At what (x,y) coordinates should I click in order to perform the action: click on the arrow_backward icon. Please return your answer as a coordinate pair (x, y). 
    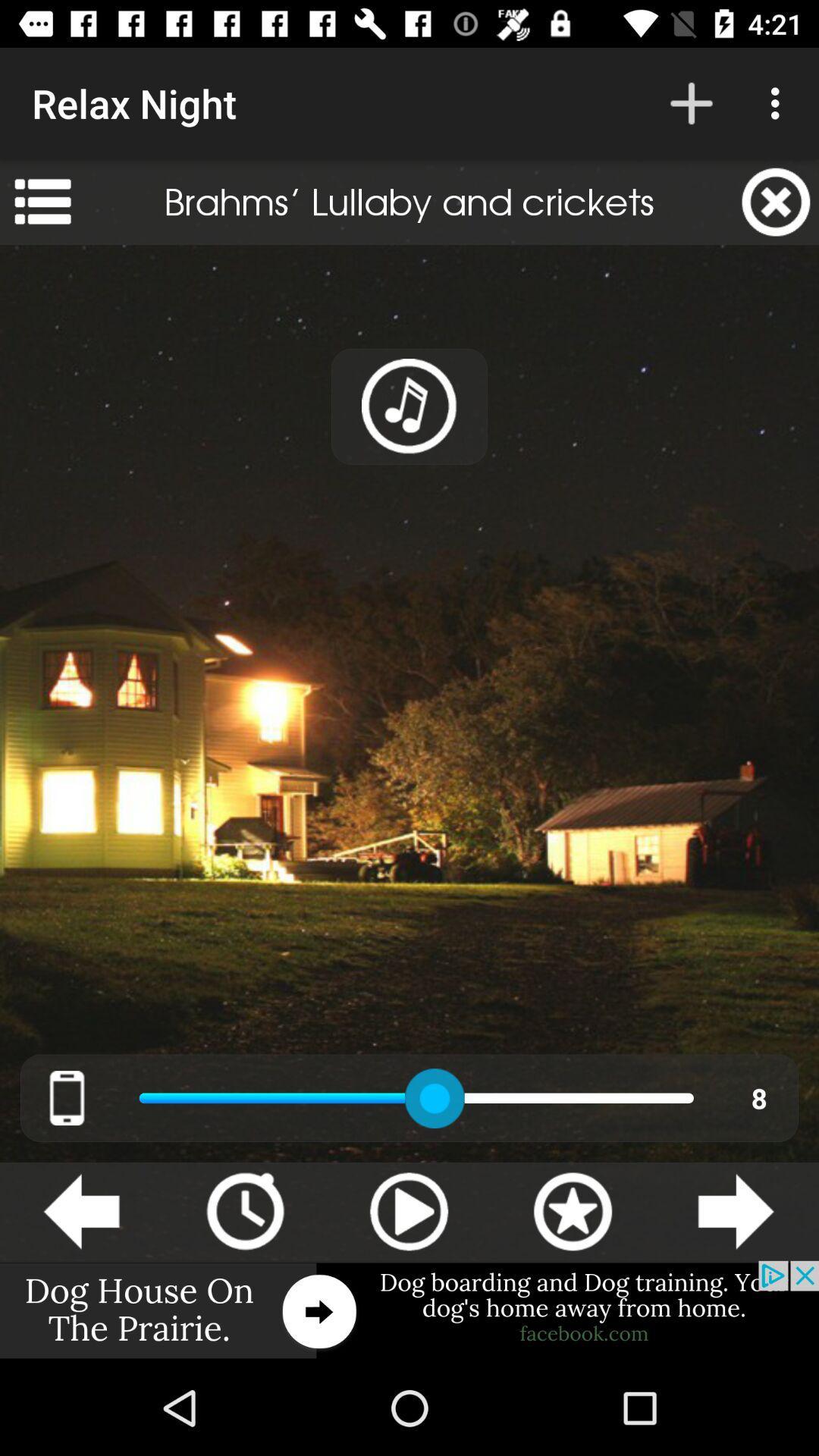
    Looking at the image, I should click on (81, 1210).